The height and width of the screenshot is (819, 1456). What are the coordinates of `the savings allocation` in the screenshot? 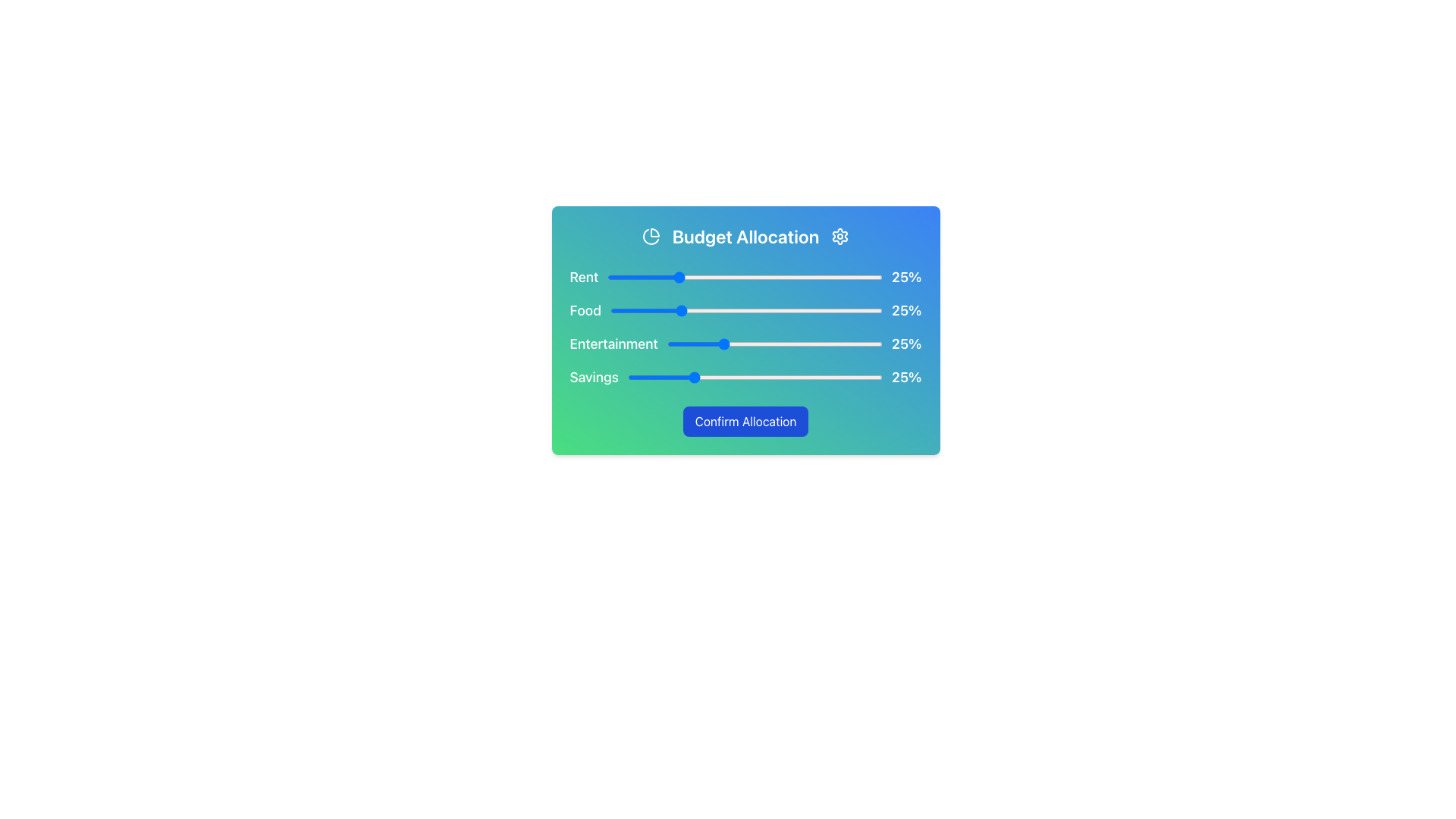 It's located at (777, 376).